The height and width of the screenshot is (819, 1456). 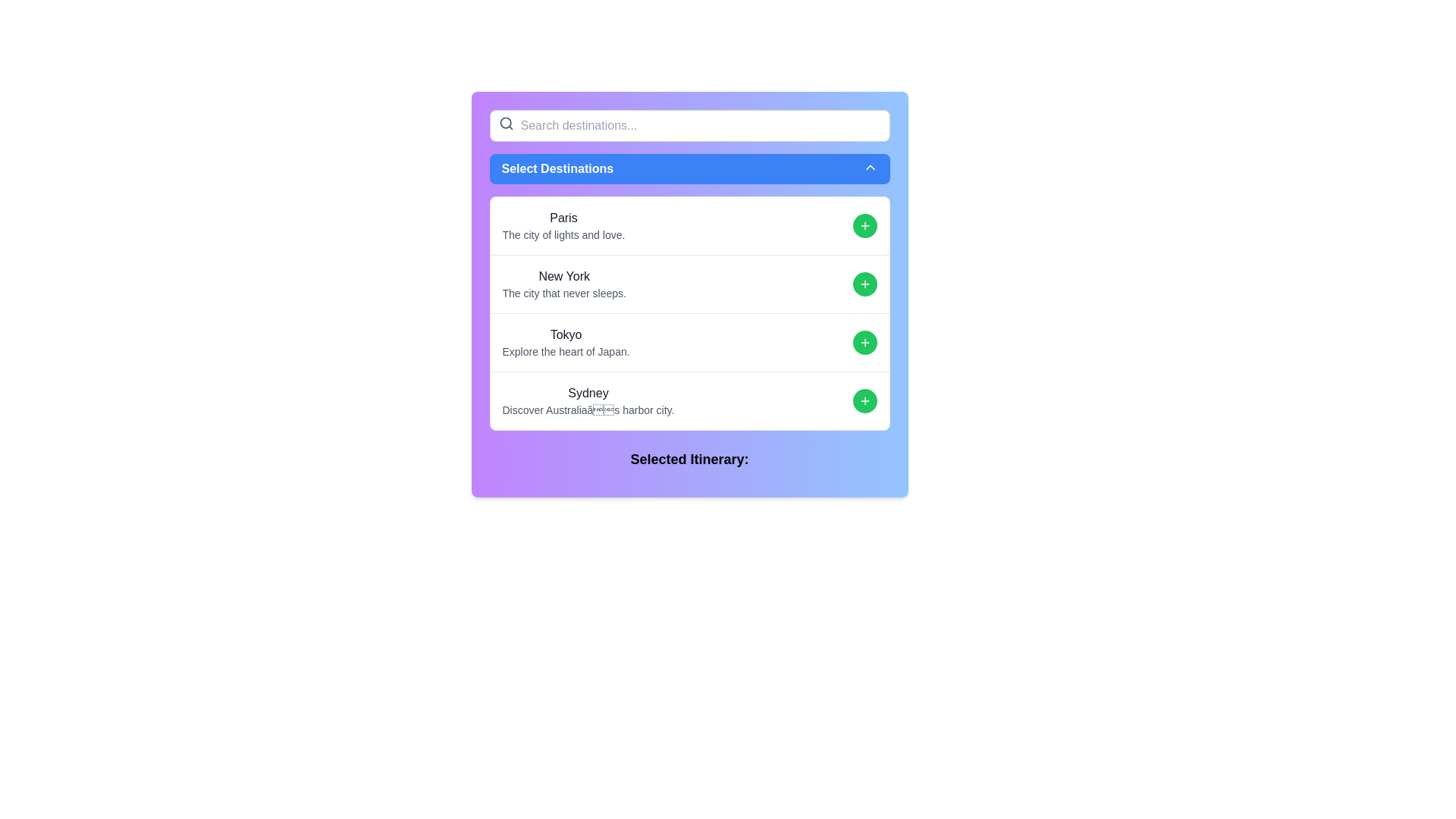 I want to click on the text element reading 'Explore the heart of Japan.', which is styled in grey and positioned beneath the heading 'Tokyo' in the 'Select Destinations' section, so click(x=565, y=351).